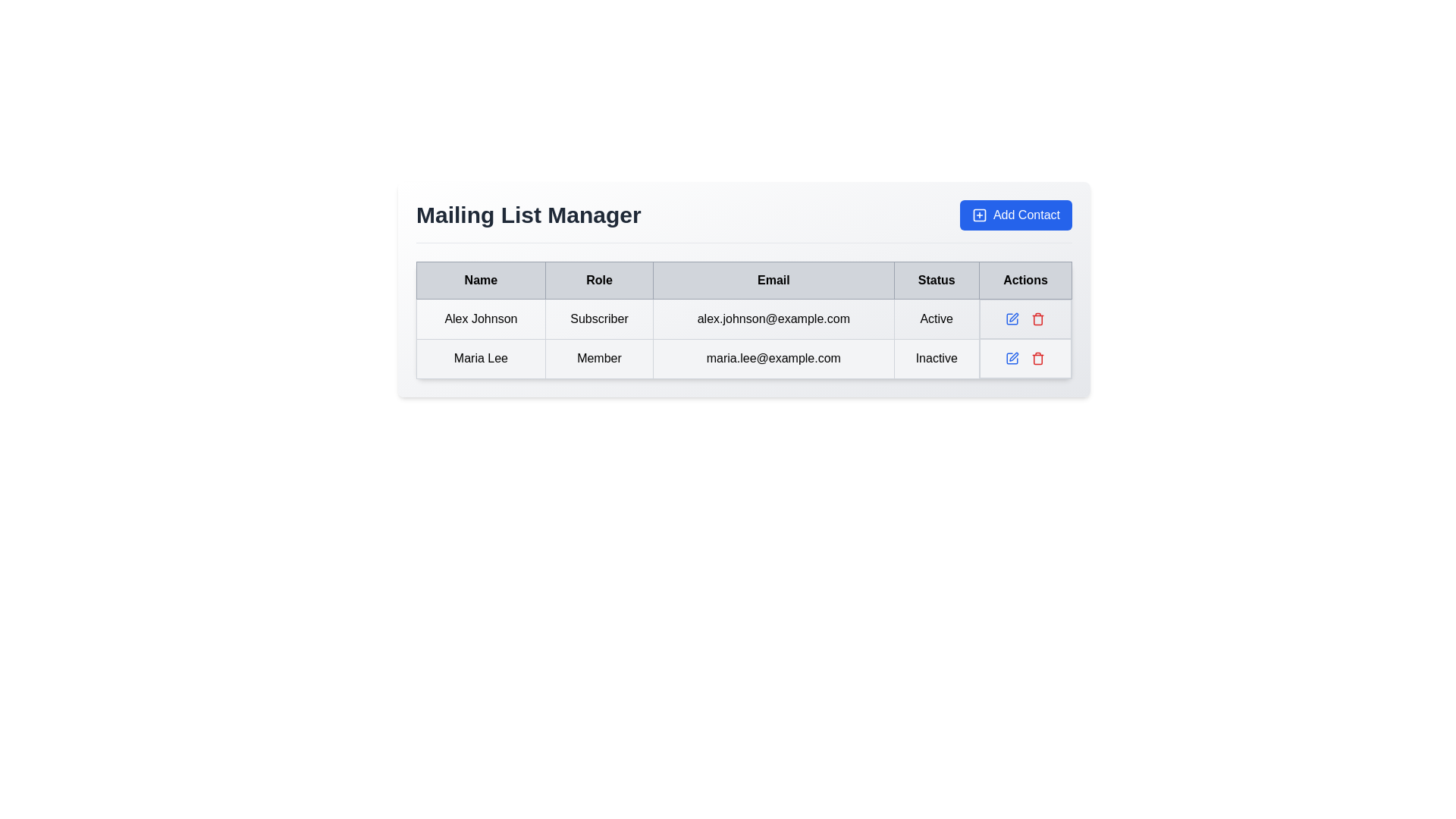 The height and width of the screenshot is (819, 1456). I want to click on the blue square icon with a pen inside, located in the 'Actions' column of the second row in the data table, so click(1012, 359).